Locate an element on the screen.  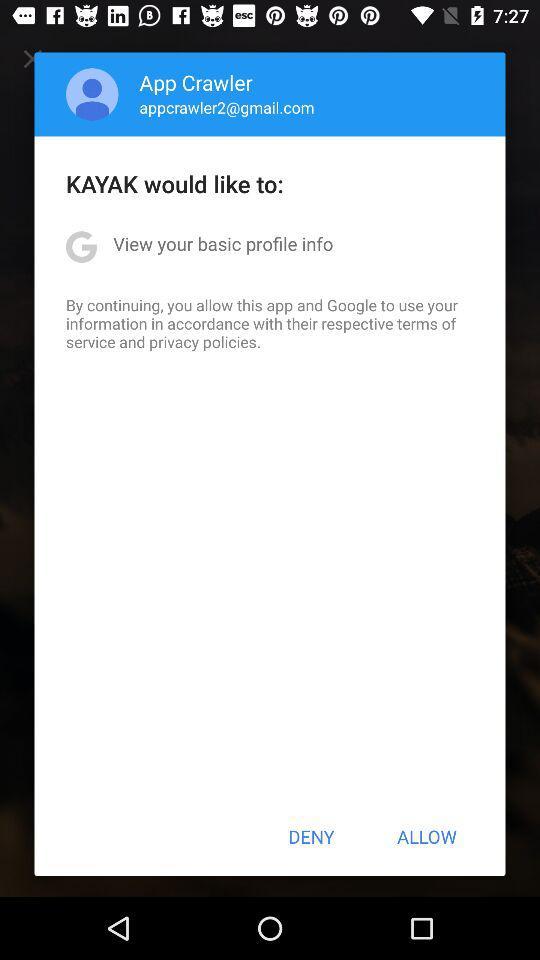
the deny at the bottom is located at coordinates (311, 836).